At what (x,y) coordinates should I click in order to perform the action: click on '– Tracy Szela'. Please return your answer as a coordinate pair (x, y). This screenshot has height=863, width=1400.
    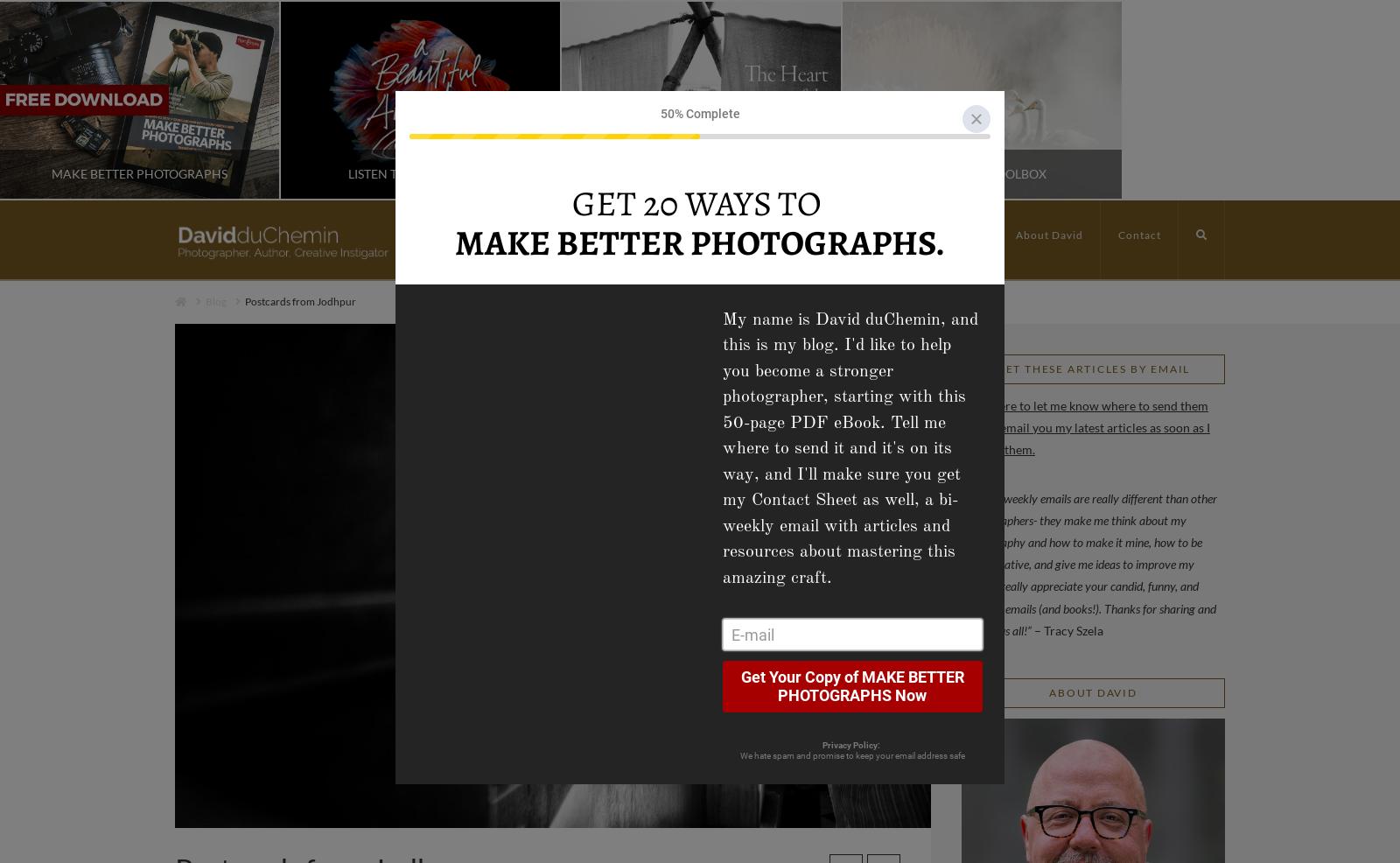
    Looking at the image, I should click on (1067, 628).